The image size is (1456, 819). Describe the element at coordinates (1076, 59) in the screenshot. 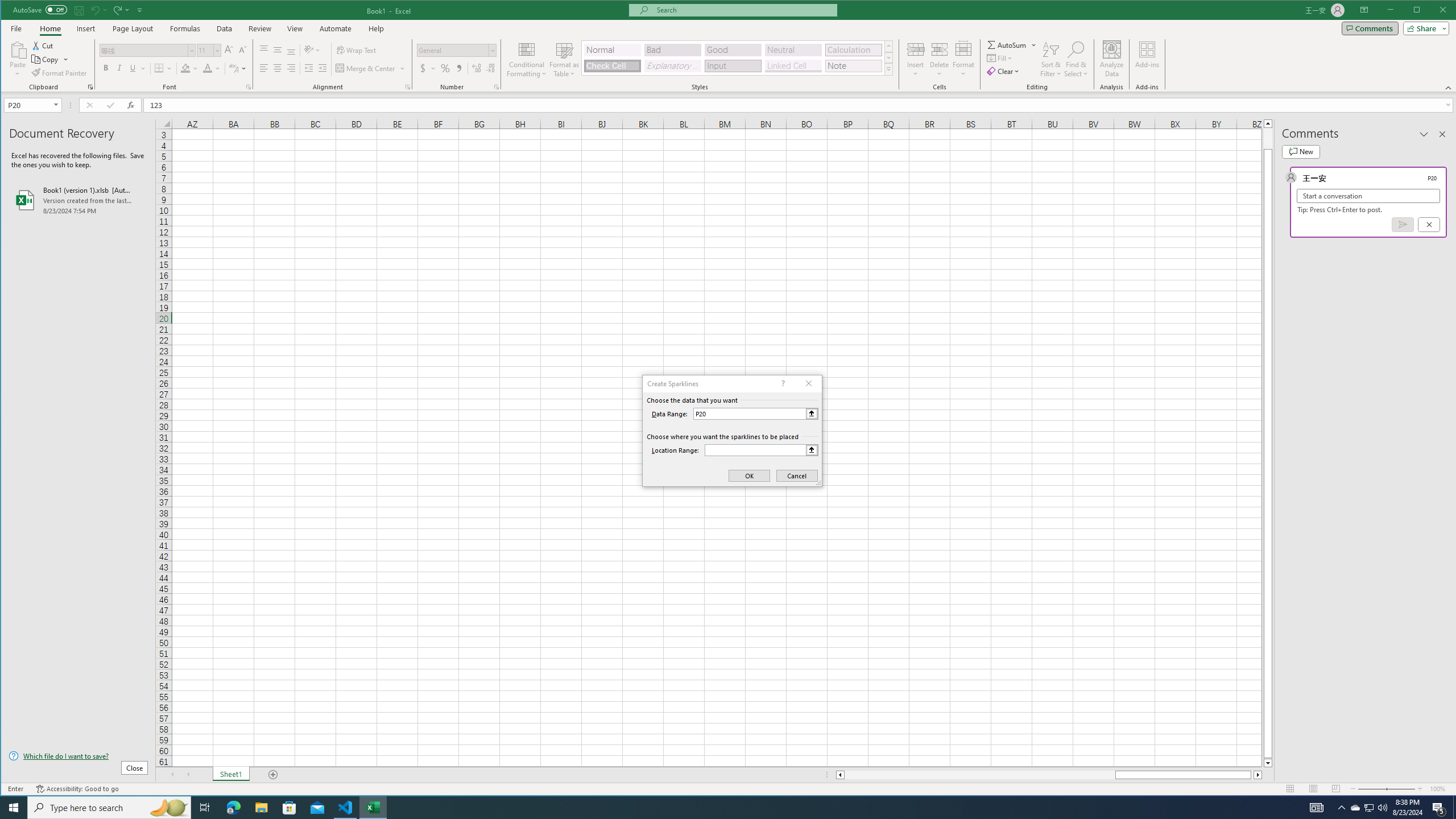

I see `'Find & Select'` at that location.